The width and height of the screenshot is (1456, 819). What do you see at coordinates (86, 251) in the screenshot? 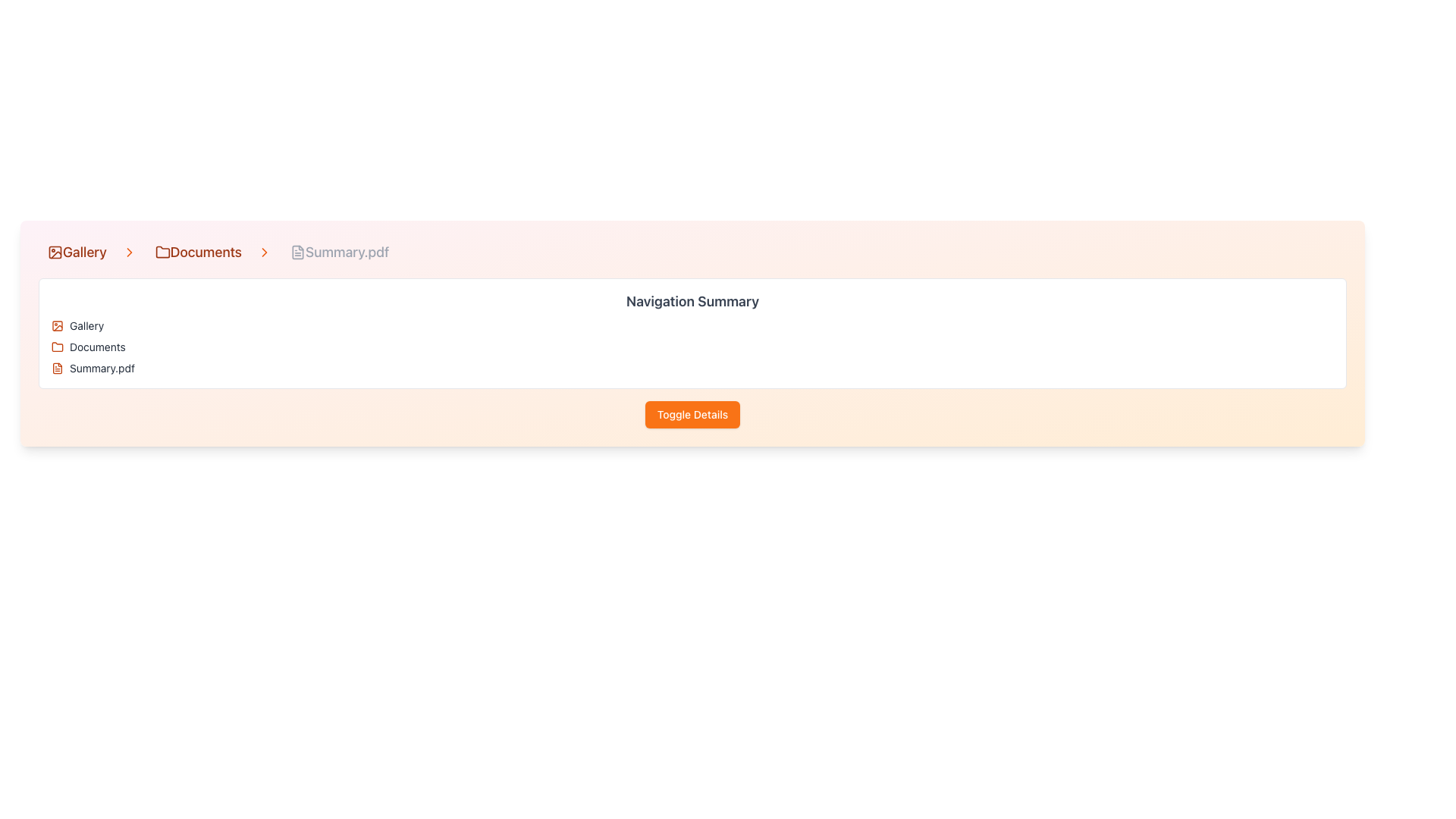
I see `the Breadcrumb Navigation Item labeled 'Gallery'` at bounding box center [86, 251].